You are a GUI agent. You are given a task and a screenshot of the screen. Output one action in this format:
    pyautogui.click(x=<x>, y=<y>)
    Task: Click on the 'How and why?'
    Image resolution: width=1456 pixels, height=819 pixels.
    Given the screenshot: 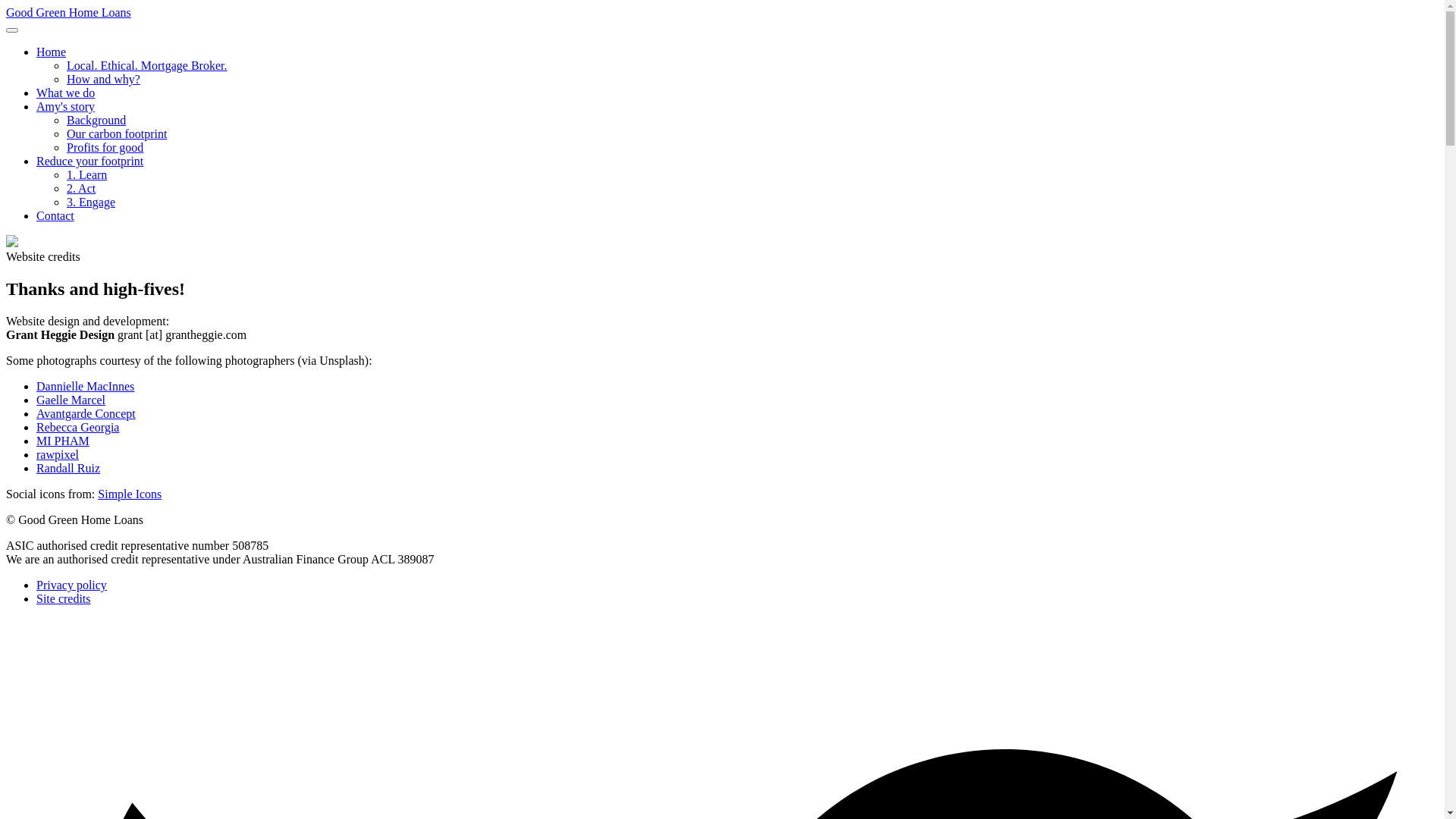 What is the action you would take?
    pyautogui.click(x=102, y=79)
    